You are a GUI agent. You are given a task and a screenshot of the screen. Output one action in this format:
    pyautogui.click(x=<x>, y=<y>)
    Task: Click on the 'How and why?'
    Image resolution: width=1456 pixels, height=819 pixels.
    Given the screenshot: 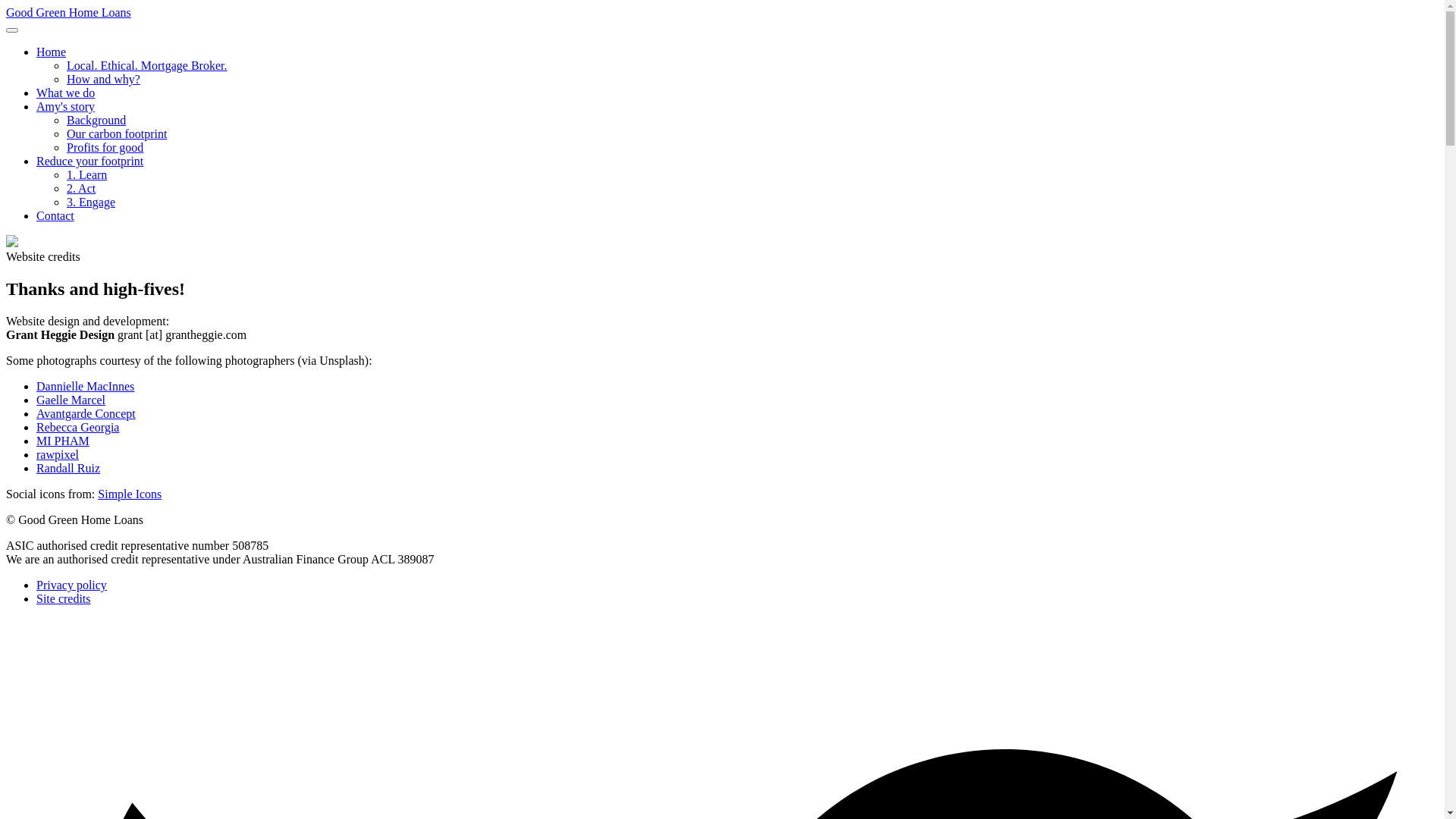 What is the action you would take?
    pyautogui.click(x=102, y=79)
    